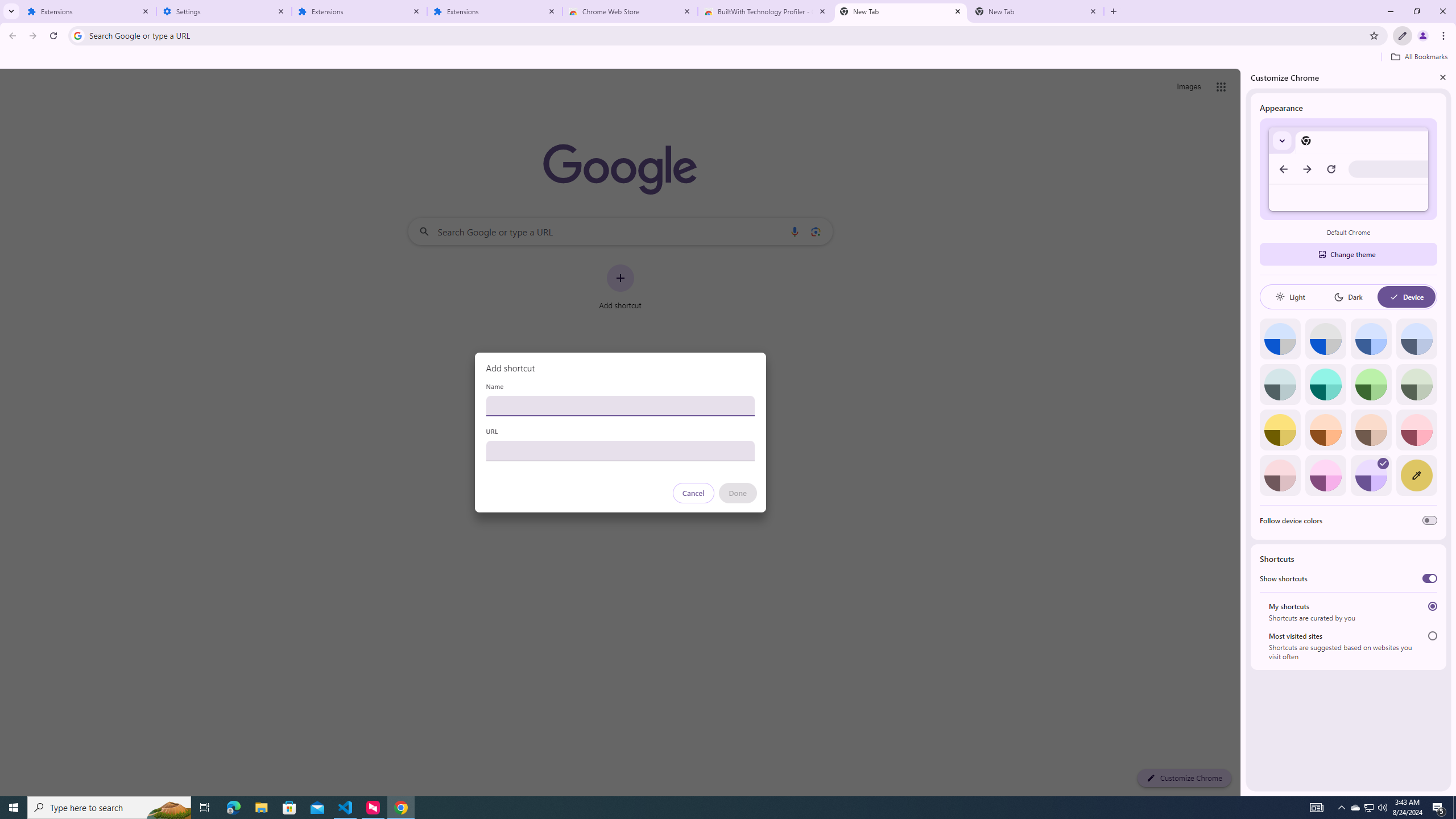  Describe the element at coordinates (1371, 338) in the screenshot. I see `'Blue'` at that location.